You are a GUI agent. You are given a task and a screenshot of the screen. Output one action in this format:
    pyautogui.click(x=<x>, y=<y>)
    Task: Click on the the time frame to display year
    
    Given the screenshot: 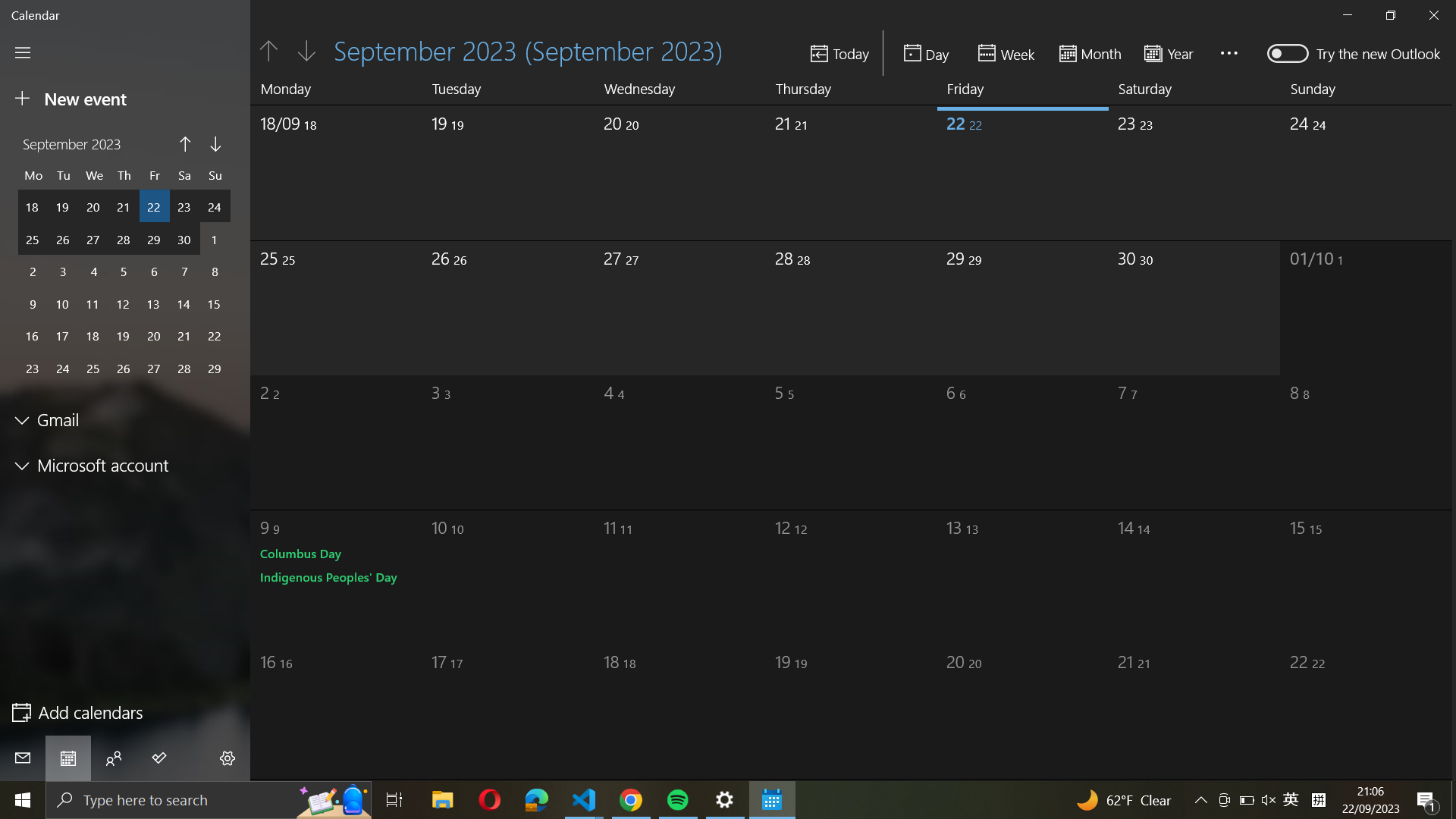 What is the action you would take?
    pyautogui.click(x=1173, y=52)
    